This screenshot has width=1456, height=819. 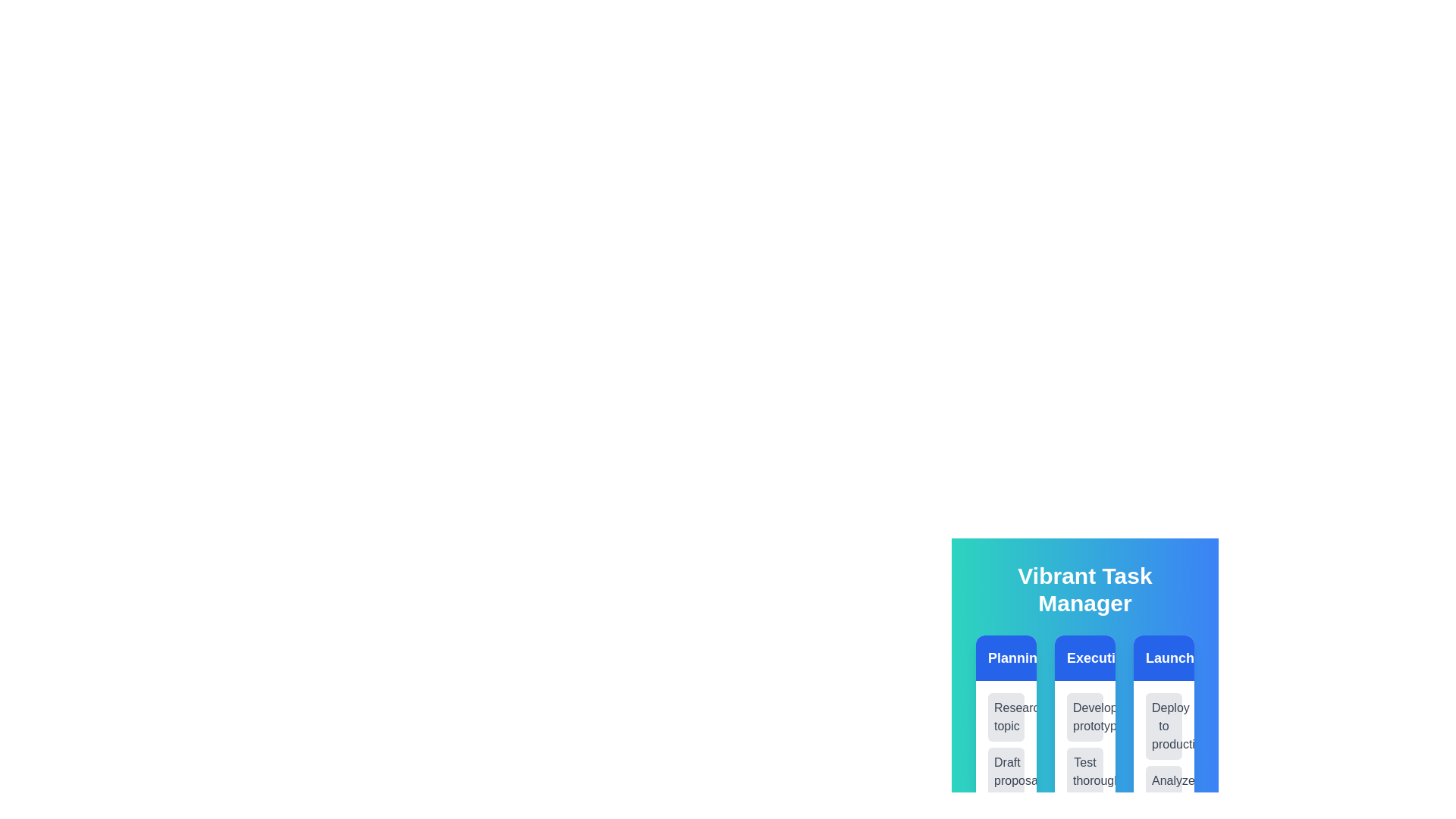 I want to click on text from the Text block that contains 'Test thoroughly' in a gray background, positioned as the middle item in the 'Execute' column, so click(x=1084, y=772).